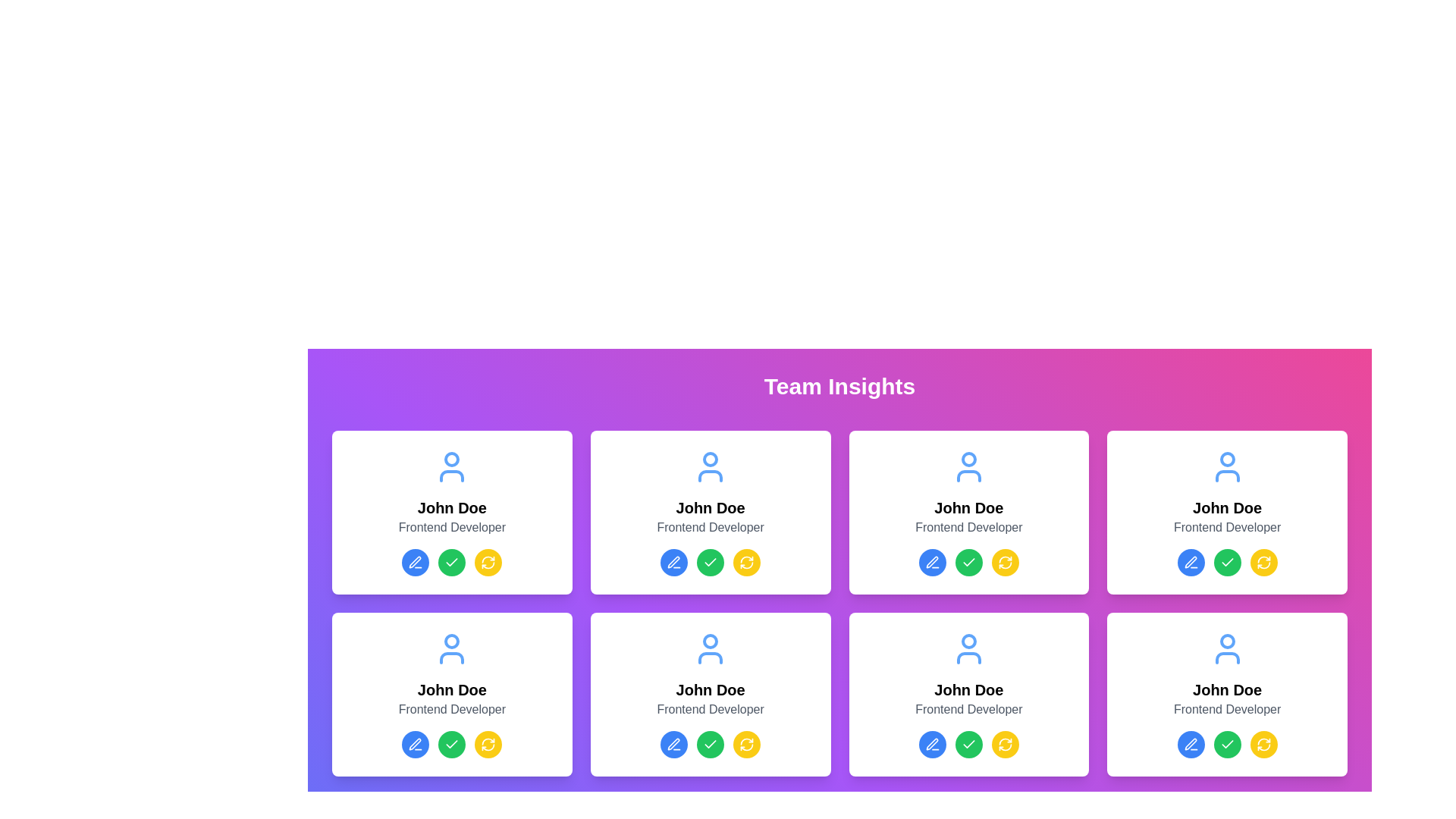 Image resolution: width=1456 pixels, height=819 pixels. What do you see at coordinates (1190, 562) in the screenshot?
I see `the leftmost edit icon (pen icon) located at the bottom of the user card in the second column of the first row of a 3x4 grid layout to modify user details` at bounding box center [1190, 562].